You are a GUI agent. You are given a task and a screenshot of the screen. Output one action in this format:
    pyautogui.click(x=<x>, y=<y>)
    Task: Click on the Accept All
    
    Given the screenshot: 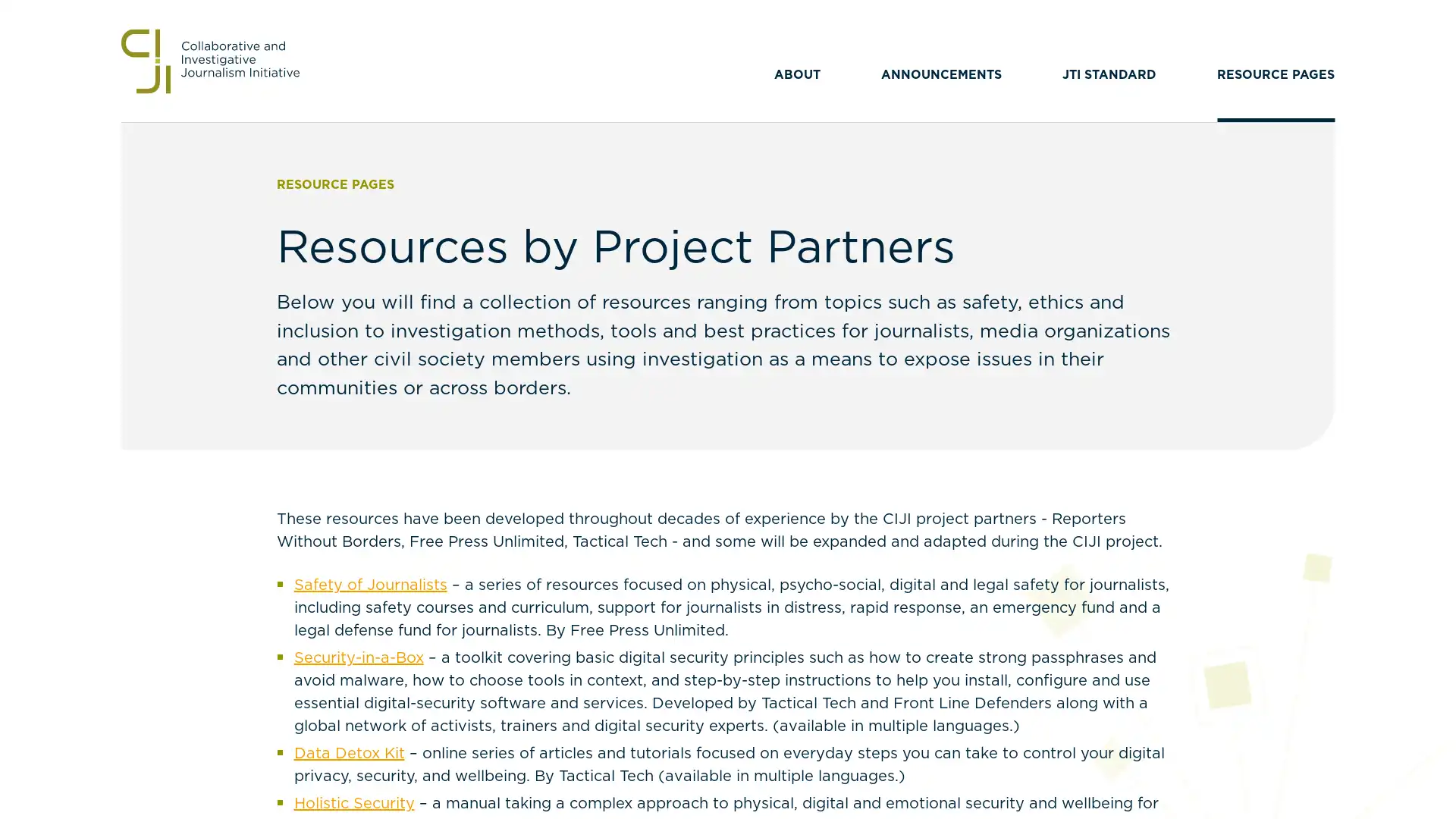 What is the action you would take?
    pyautogui.click(x=877, y=514)
    